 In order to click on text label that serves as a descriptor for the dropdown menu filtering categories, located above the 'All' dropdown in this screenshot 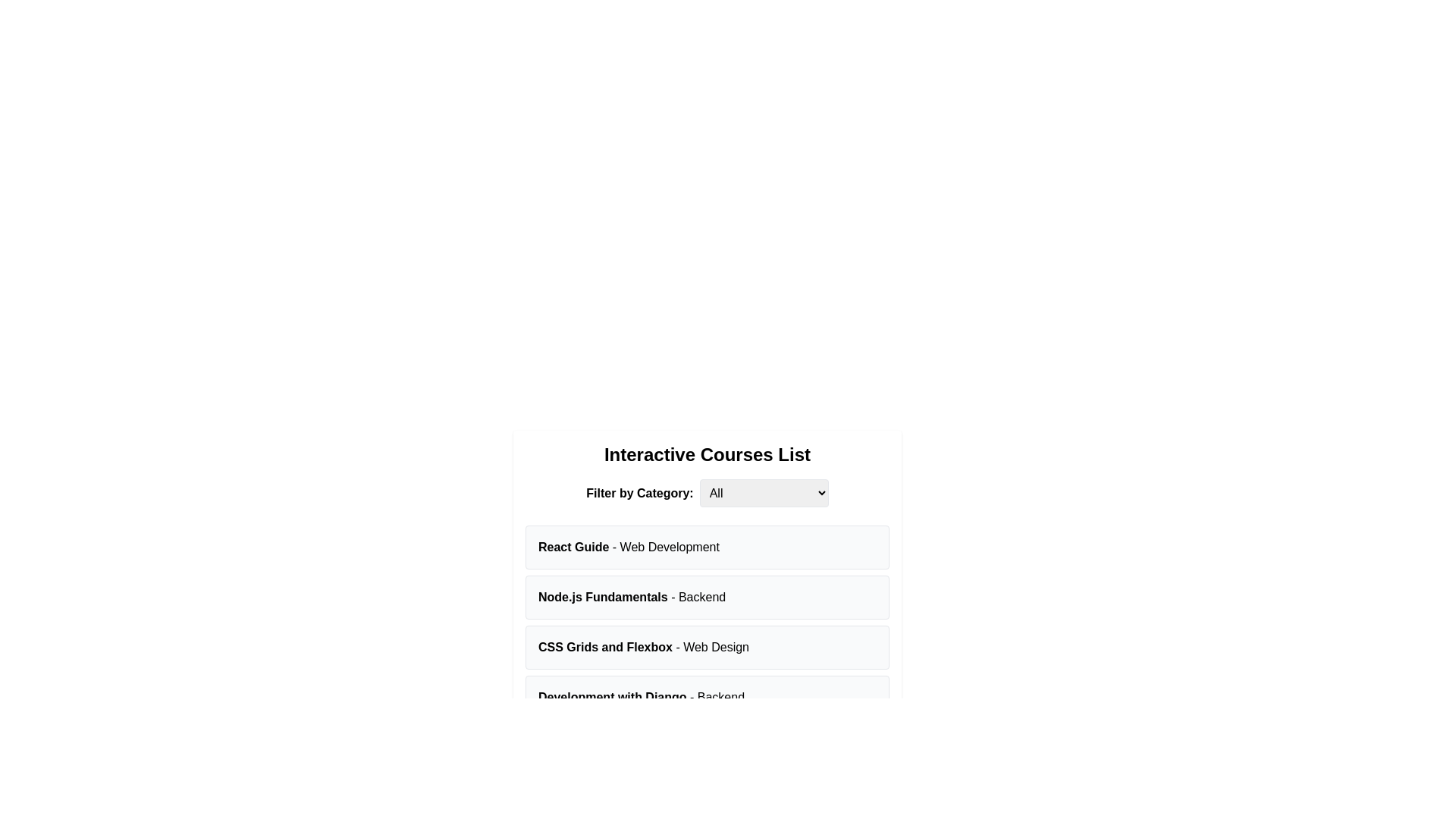, I will do `click(640, 493)`.